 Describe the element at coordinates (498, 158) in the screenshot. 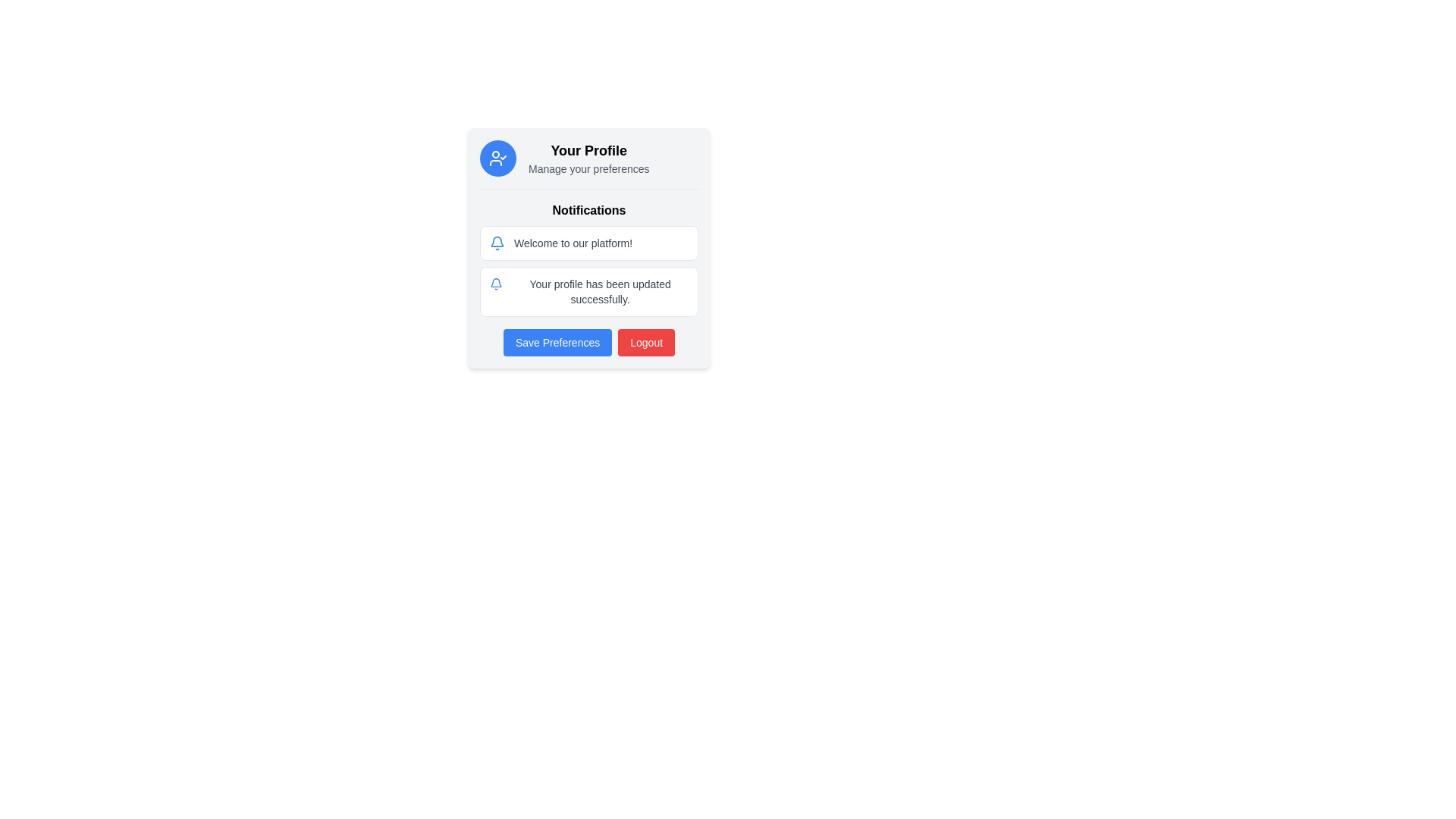

I see `the user icon with a checkmark, which is styled in white and placed within a blue circular background, located in the top-left of the profile card interface header` at that location.